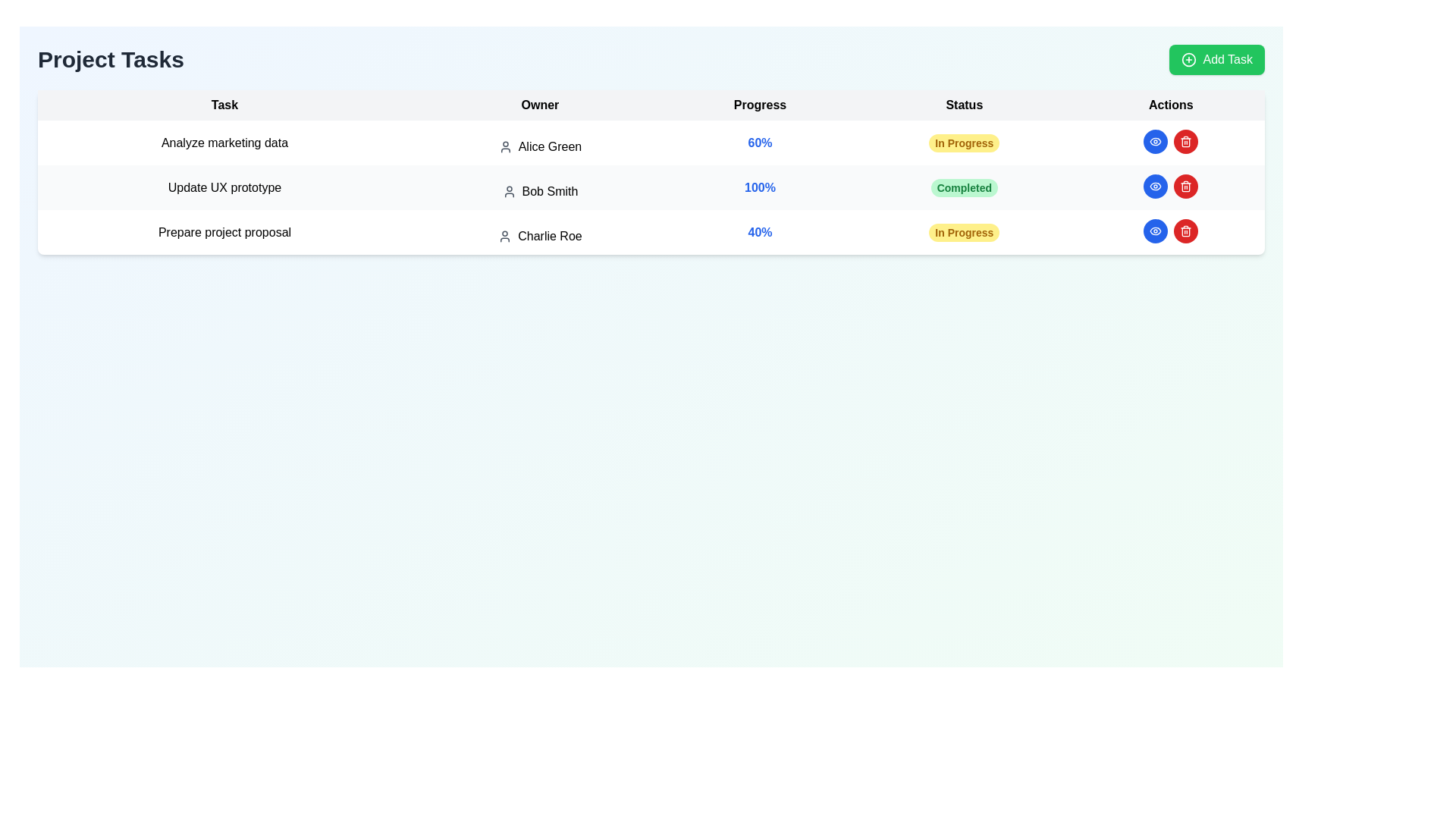  What do you see at coordinates (540, 104) in the screenshot?
I see `the text label reading 'Owner', which is styled in bold and centered within a light gray rectangular space, positioned between the 'Task' and 'Progress' headers at the top of the page` at bounding box center [540, 104].